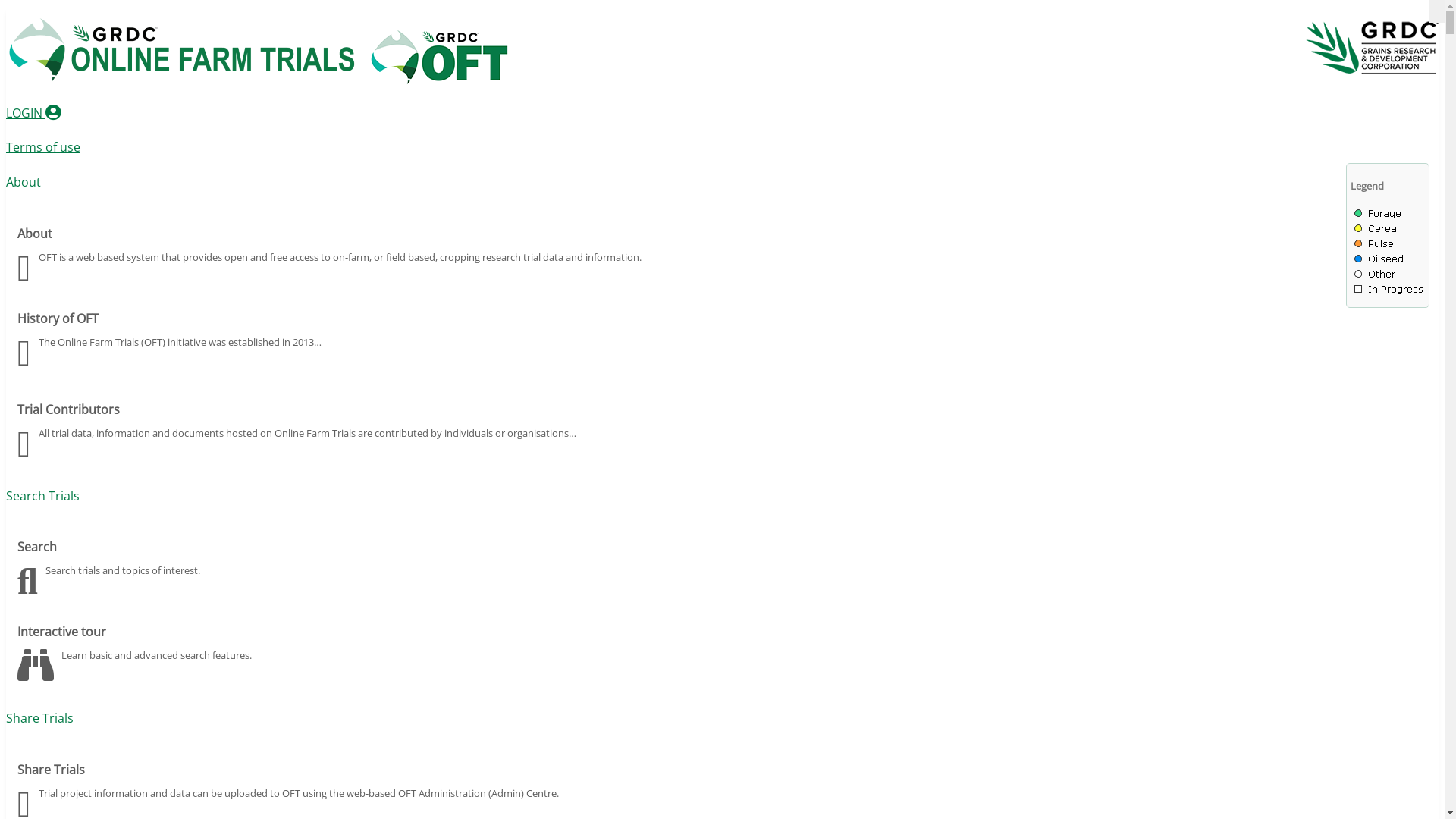  What do you see at coordinates (39, 717) in the screenshot?
I see `'Share Trials'` at bounding box center [39, 717].